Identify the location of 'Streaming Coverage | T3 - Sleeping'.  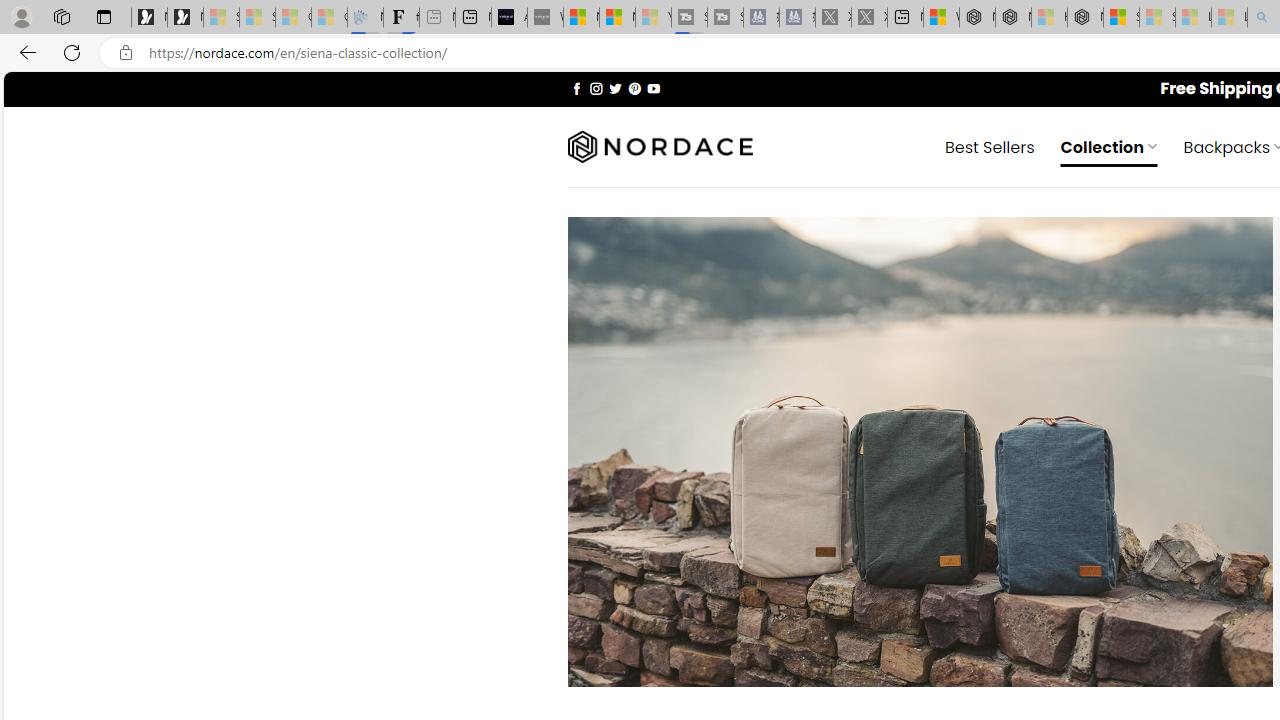
(689, 17).